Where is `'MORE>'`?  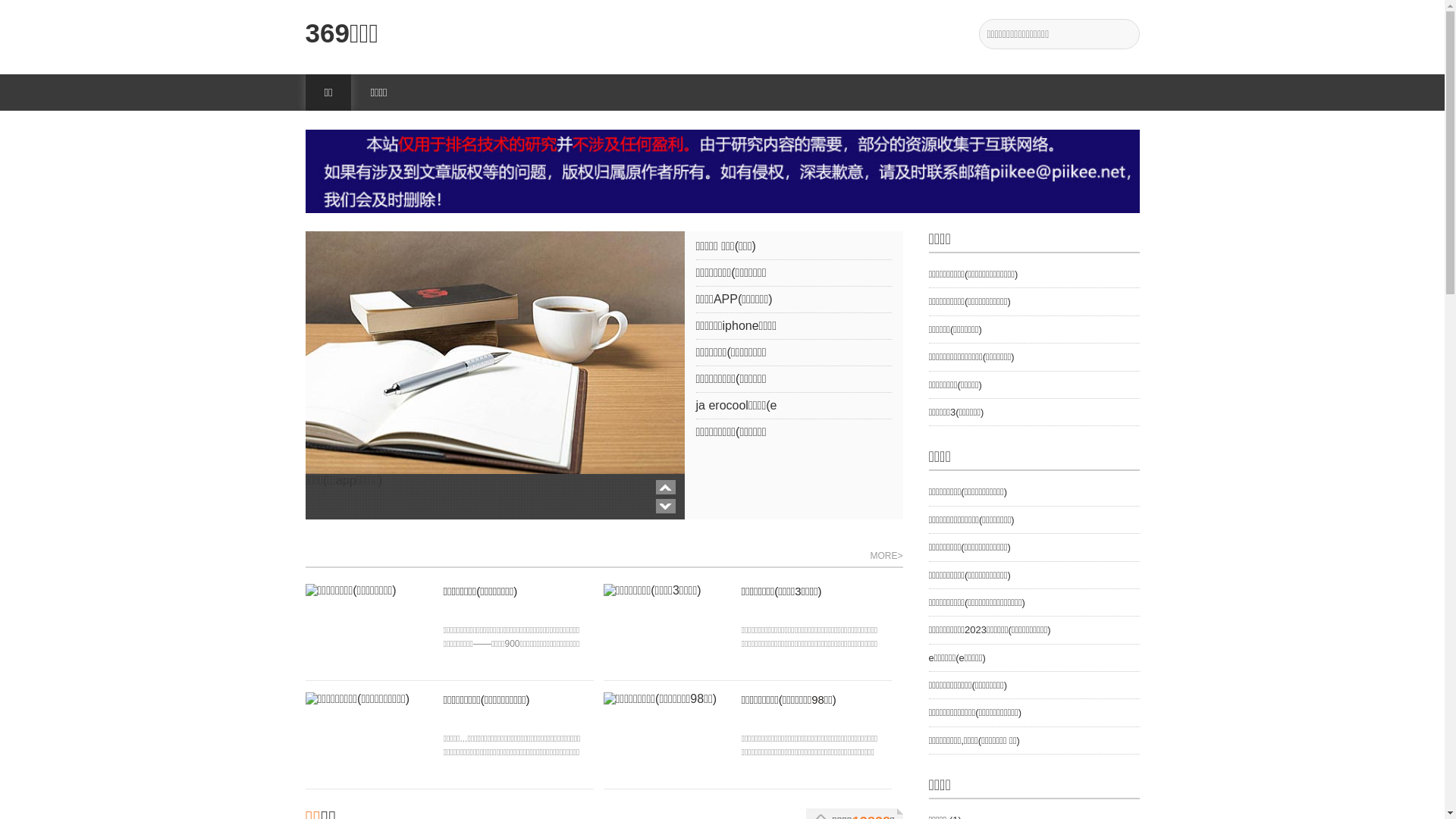
'MORE>' is located at coordinates (886, 556).